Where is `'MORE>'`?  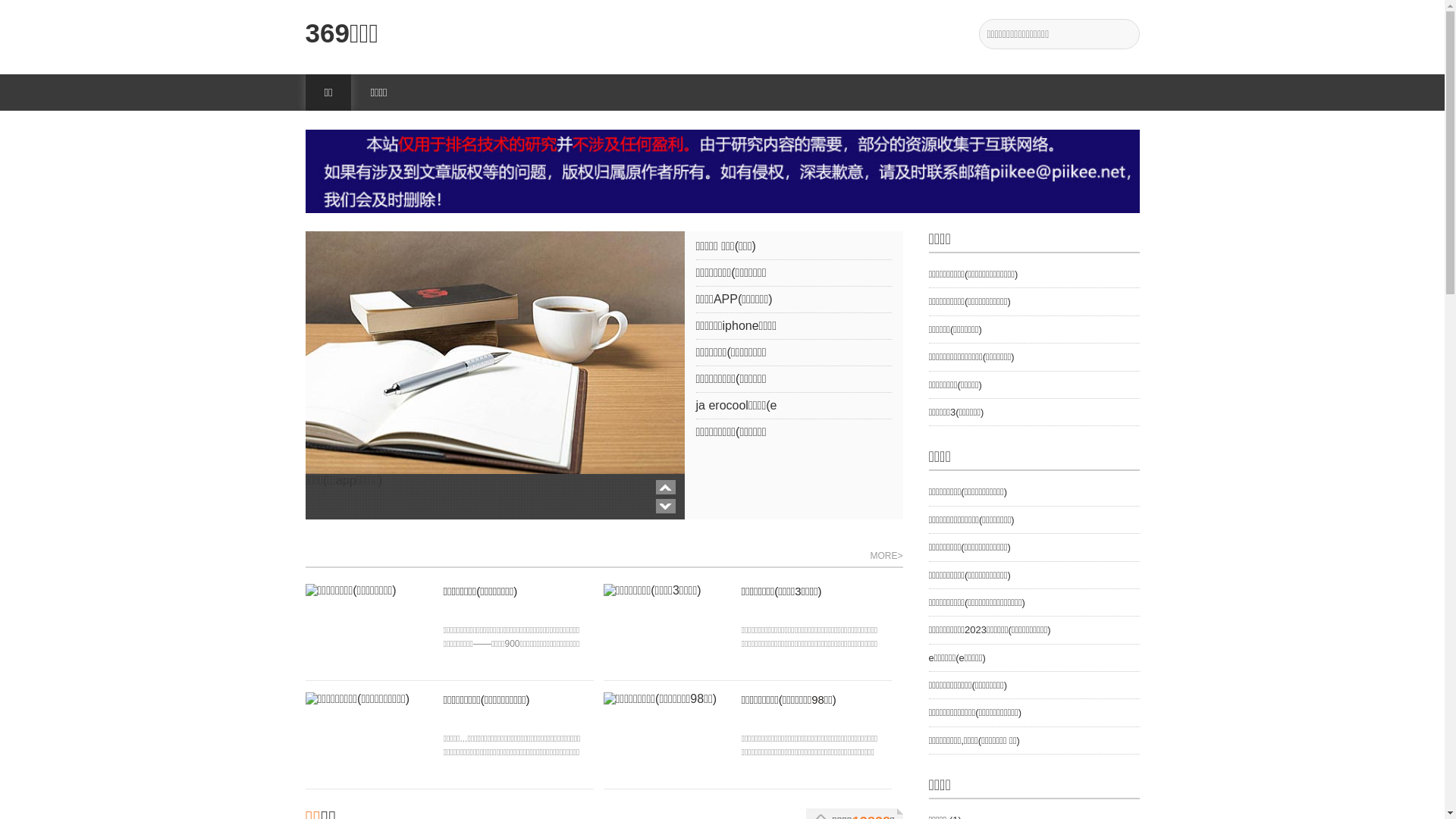
'MORE>' is located at coordinates (886, 556).